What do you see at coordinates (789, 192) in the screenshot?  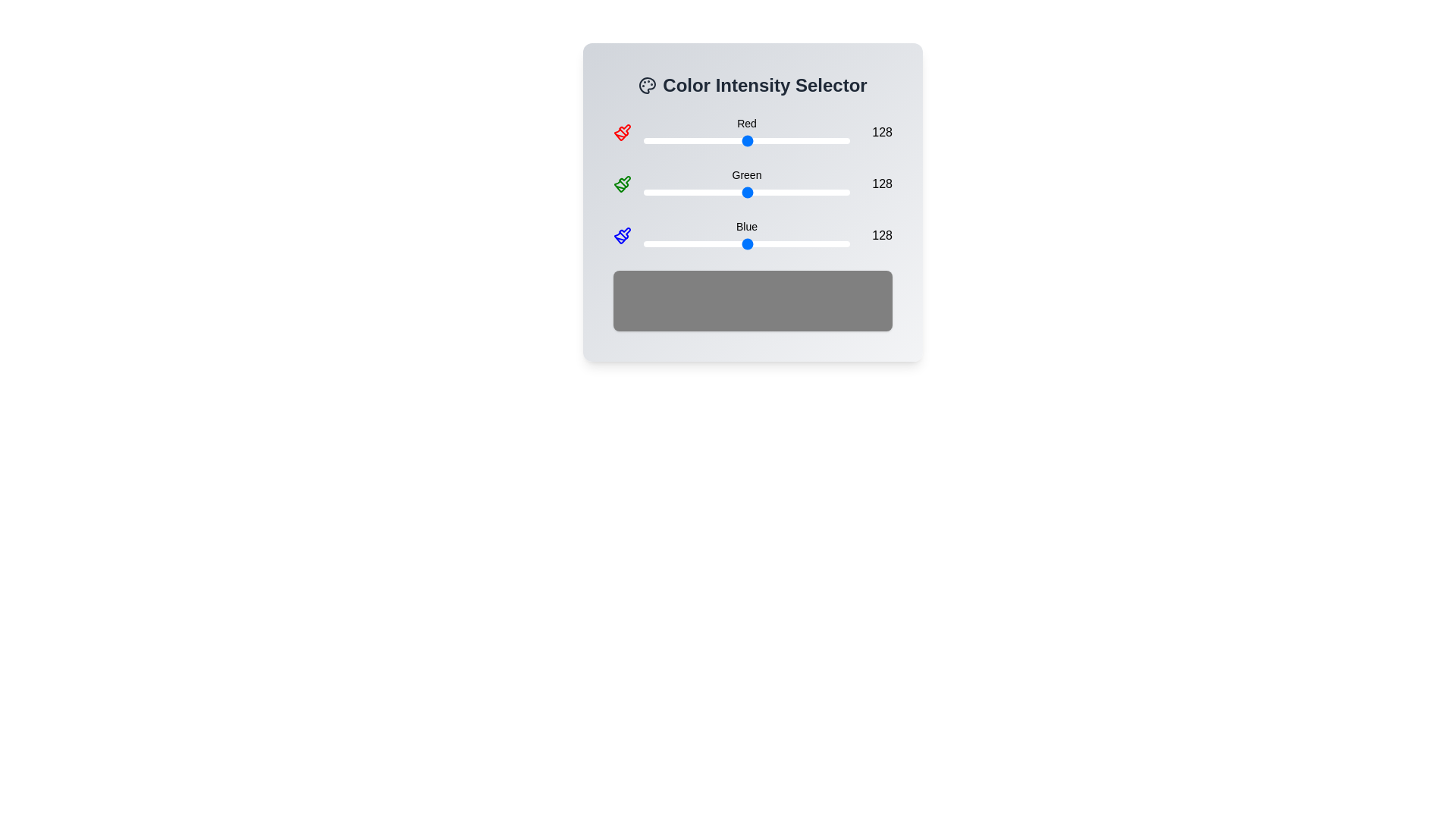 I see `the green color intensity` at bounding box center [789, 192].